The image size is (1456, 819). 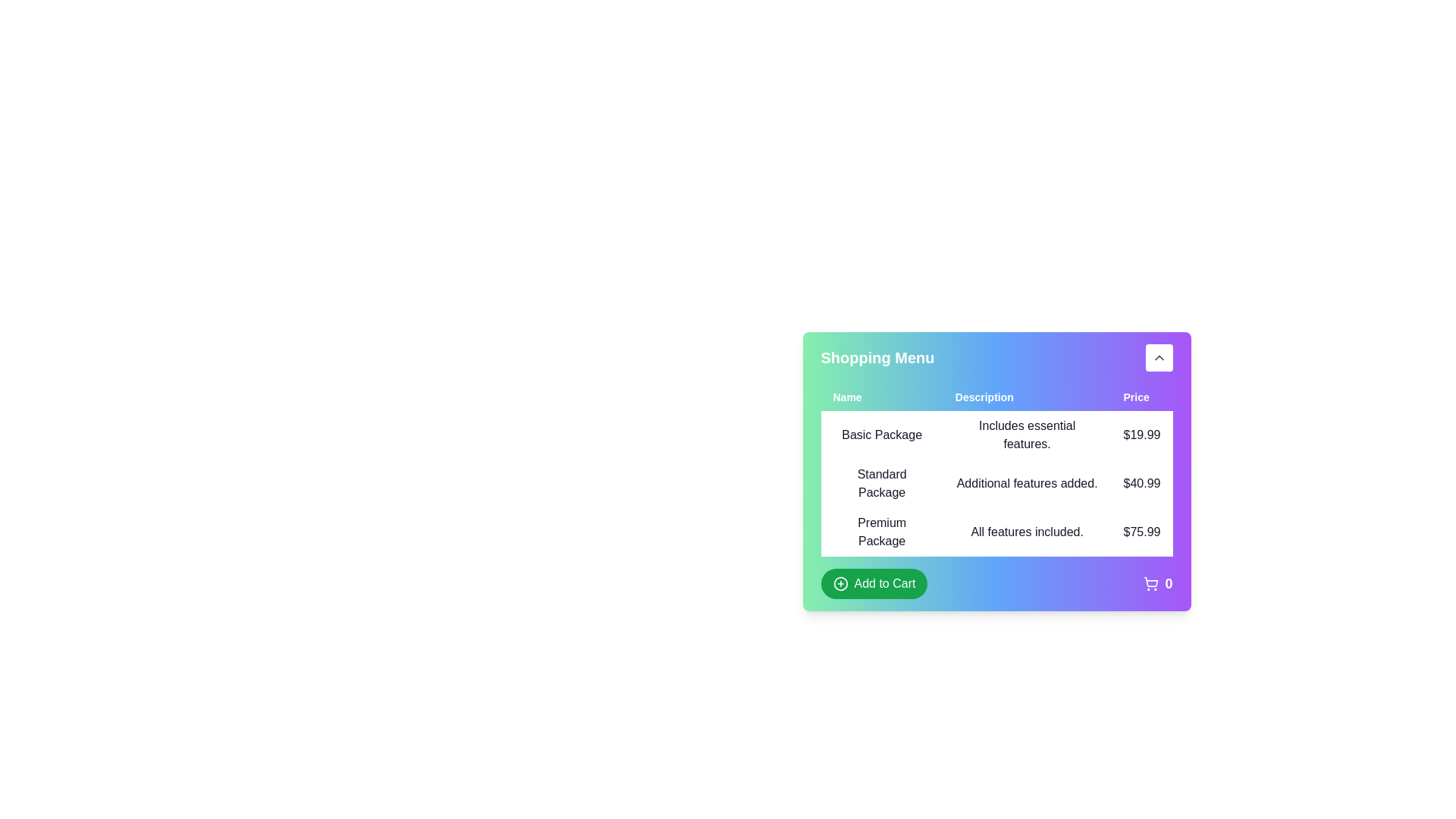 What do you see at coordinates (996, 532) in the screenshot?
I see `the bottom row in the Shopping Menu table that contains the text 'Premium Package', 'All features included.', and '$75.99'` at bounding box center [996, 532].